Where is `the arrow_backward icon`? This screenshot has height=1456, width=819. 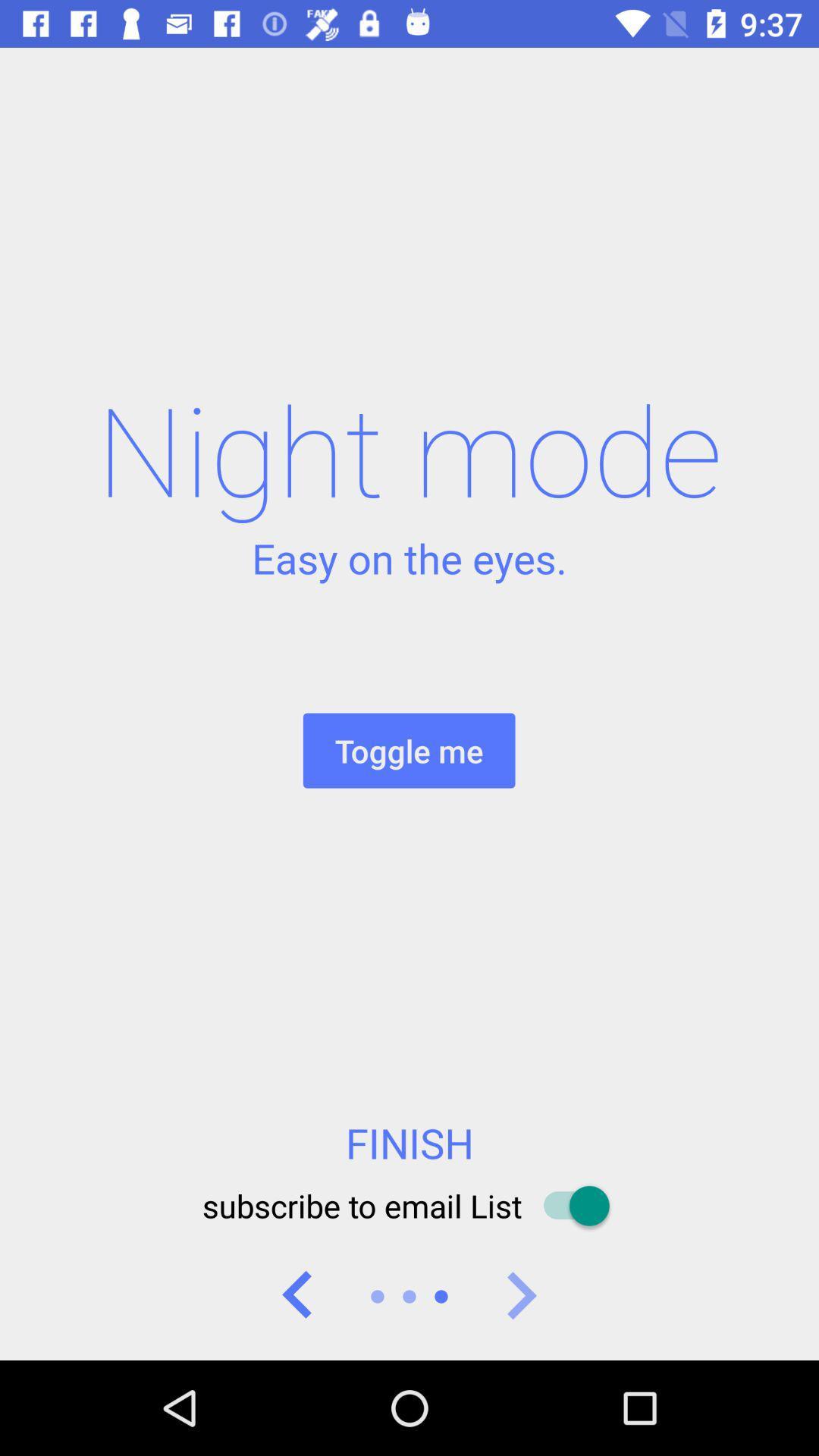
the arrow_backward icon is located at coordinates (298, 1295).